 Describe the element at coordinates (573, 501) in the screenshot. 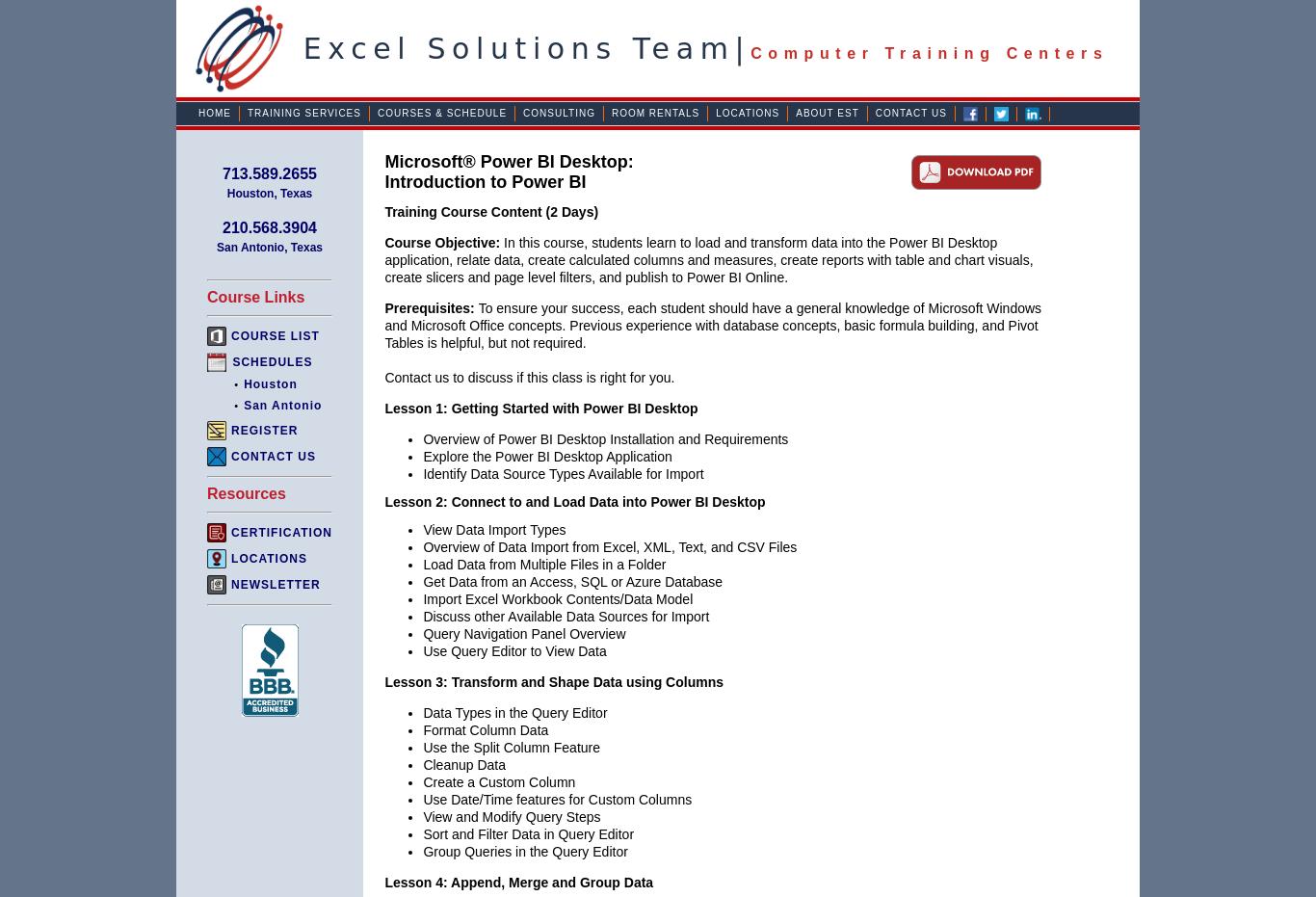

I see `'Lesson  2: Connect to and Load Data into Power BI Desktop'` at that location.